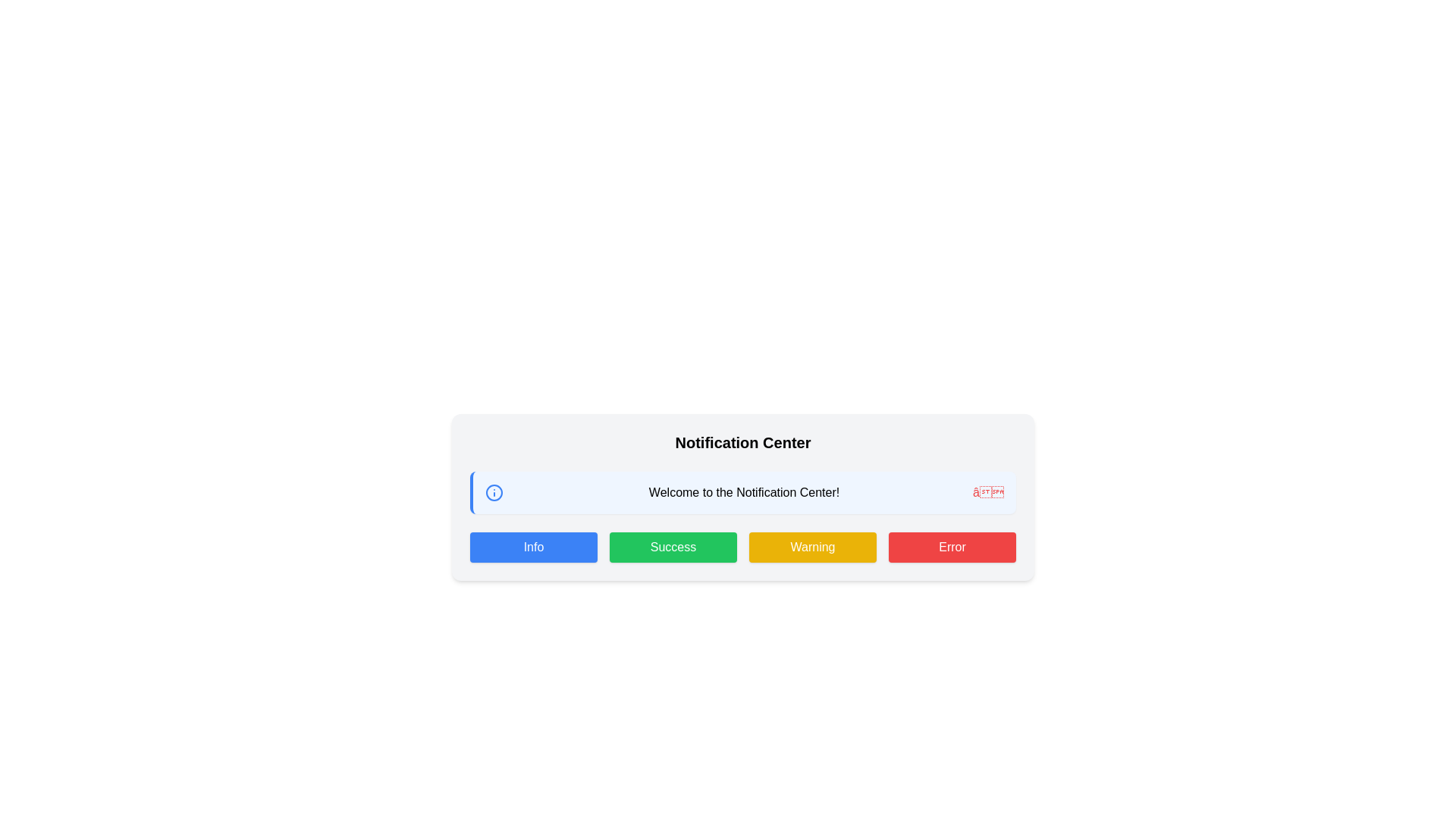 The image size is (1456, 819). Describe the element at coordinates (744, 493) in the screenshot. I see `the static text element that reads 'Welcome to the Notification Center!' which is centrally positioned within the notification box` at that location.